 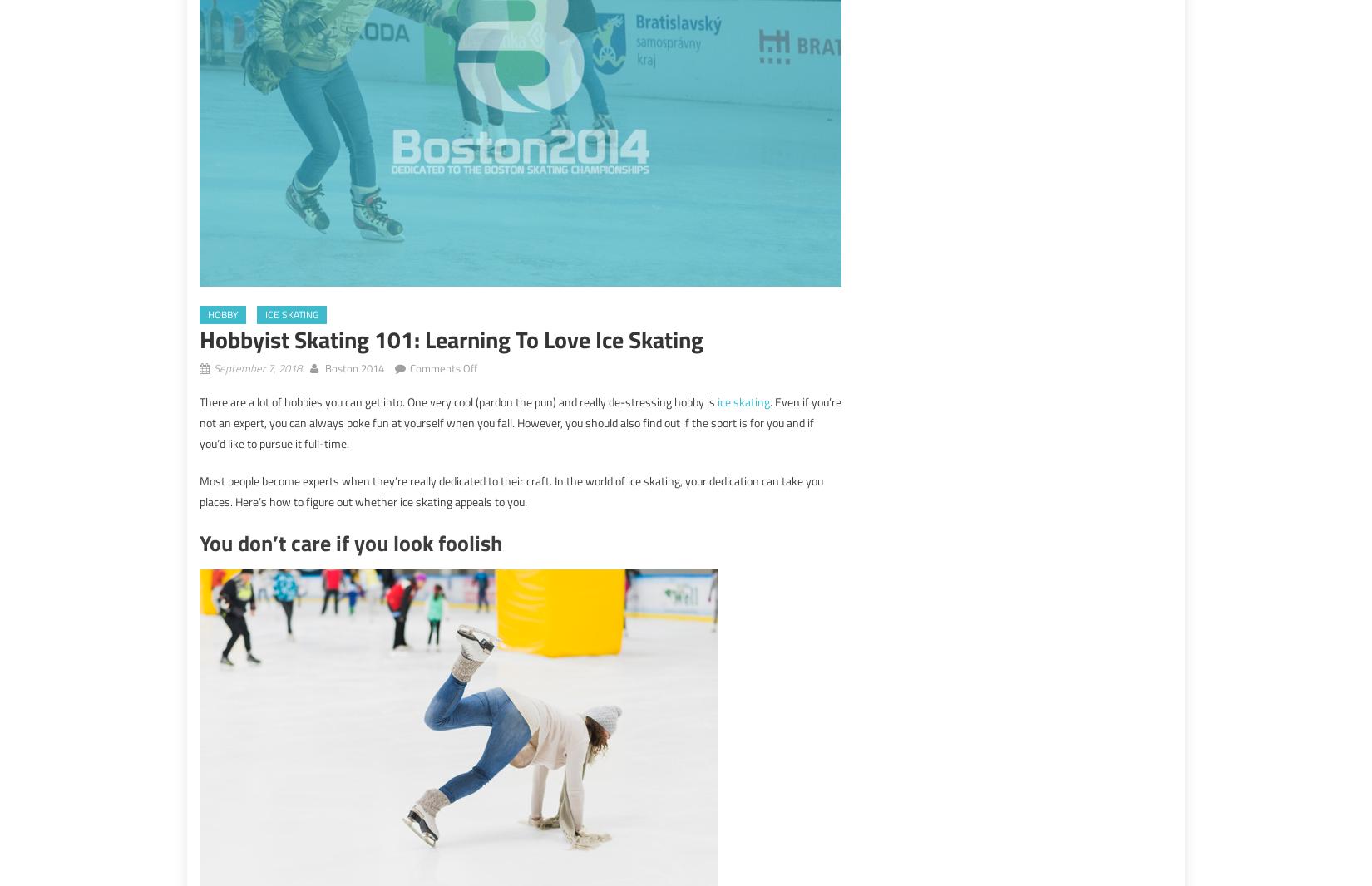 I want to click on '. Even if you’re not an expert, you can always poke fun at yourself when you fall. However, you should also find out if the sport is for you and if you’d like to pursue it full-time.', so click(x=520, y=421).